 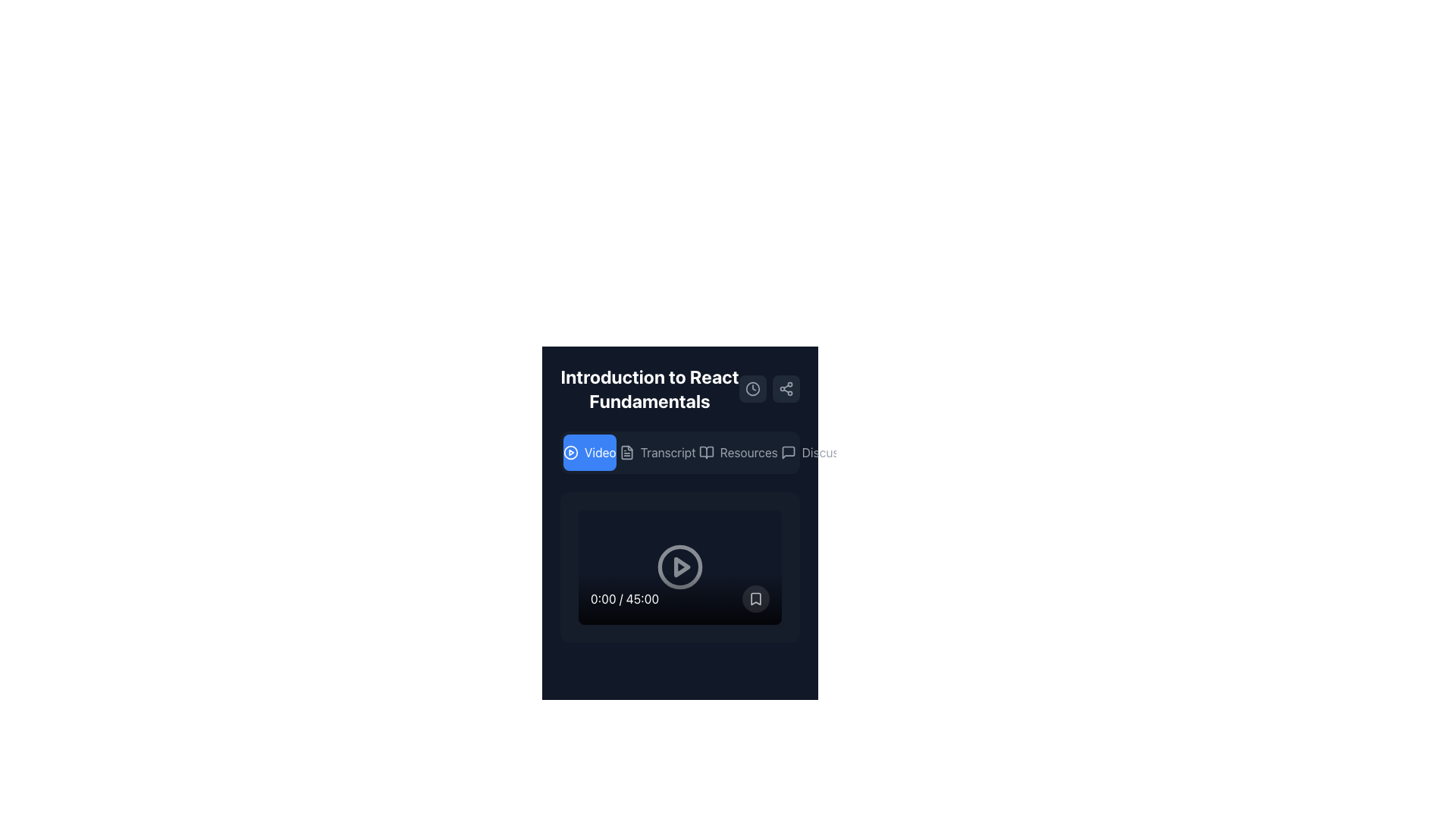 I want to click on the gray open book icon, which is the first icon in the 'Resources' group, located to the left of the 'Resources' text and the 'Discuss' icon, so click(x=705, y=452).